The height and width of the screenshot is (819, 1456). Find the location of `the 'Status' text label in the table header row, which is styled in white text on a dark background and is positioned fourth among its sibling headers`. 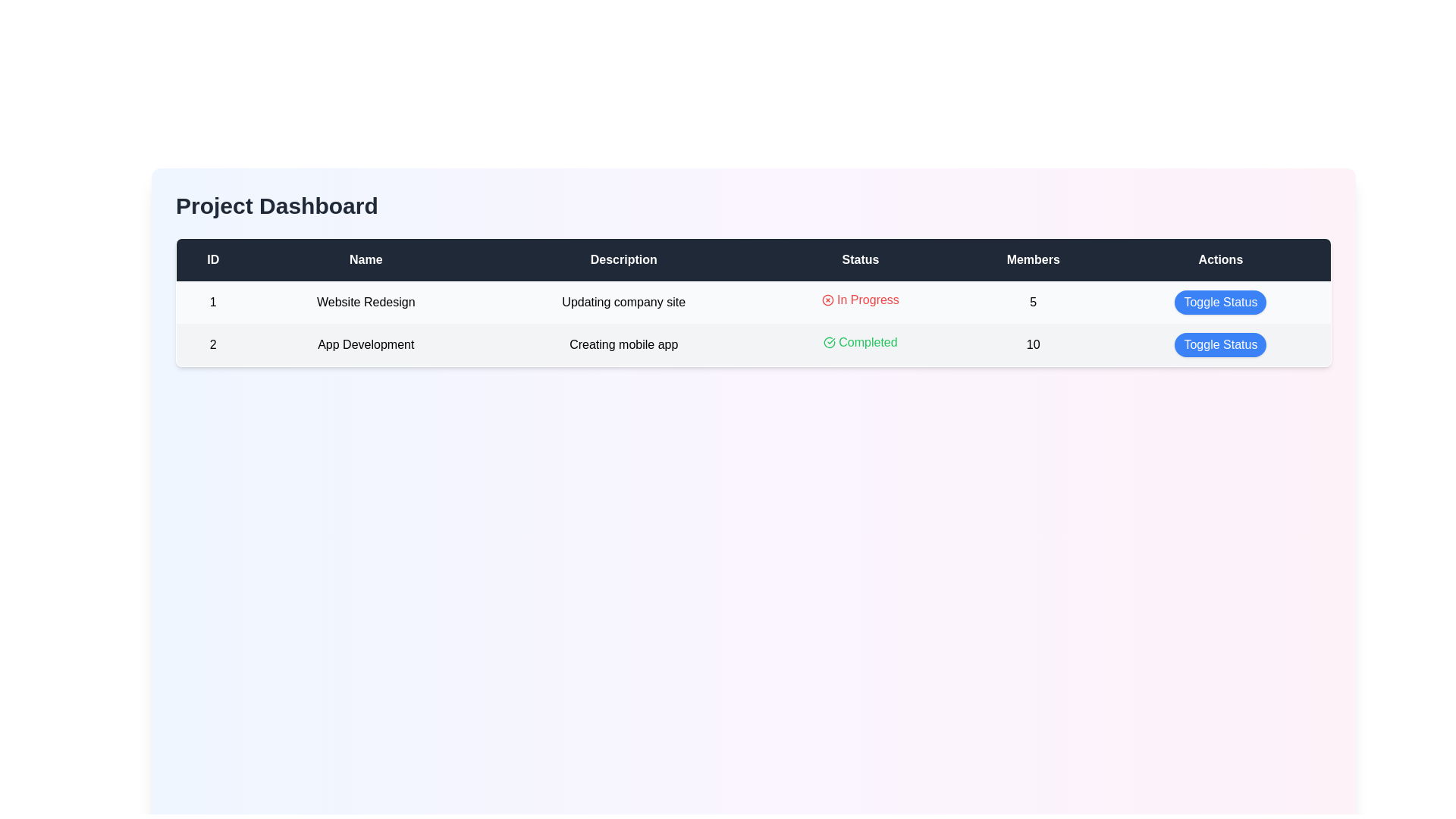

the 'Status' text label in the table header row, which is styled in white text on a dark background and is positioned fourth among its sibling headers is located at coordinates (860, 259).